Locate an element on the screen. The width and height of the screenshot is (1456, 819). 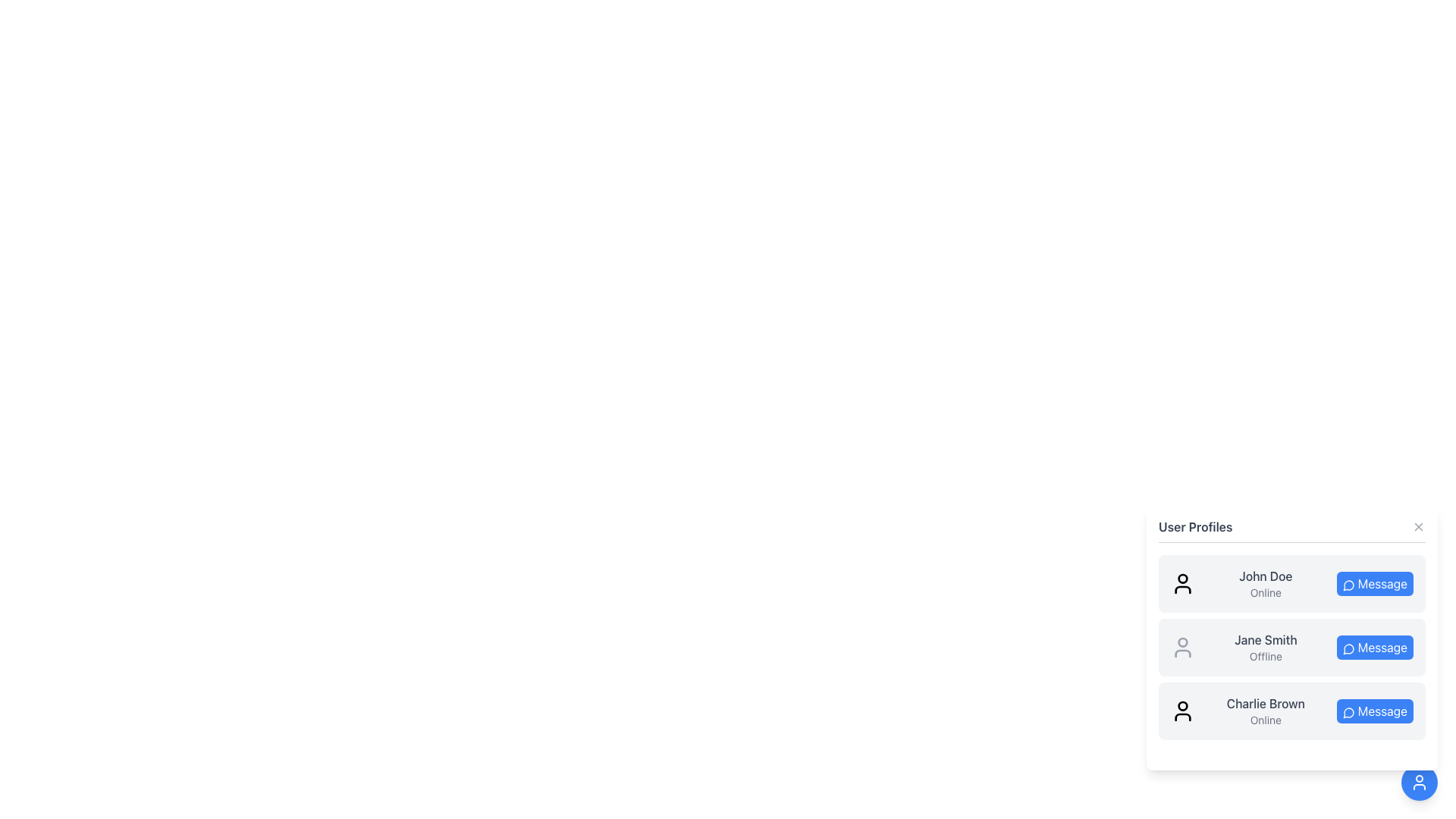
the text label displaying 'Offline', which is styled with a smaller text size and light gray color, located below the 'Jane Smith' name label in the user profiles list is located at coordinates (1266, 656).